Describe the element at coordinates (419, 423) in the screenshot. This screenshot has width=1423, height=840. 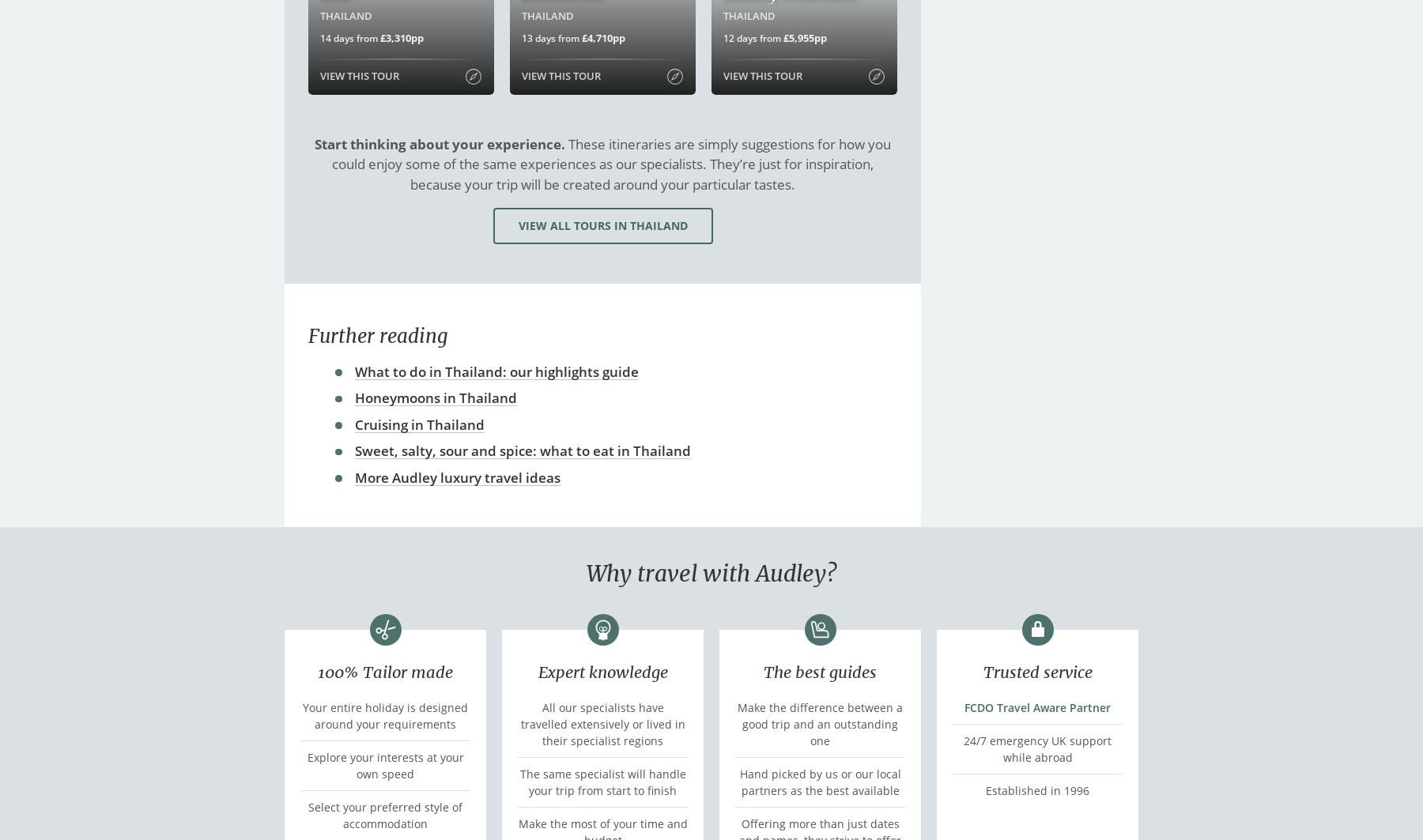
I see `'Cruising in Thailand'` at that location.